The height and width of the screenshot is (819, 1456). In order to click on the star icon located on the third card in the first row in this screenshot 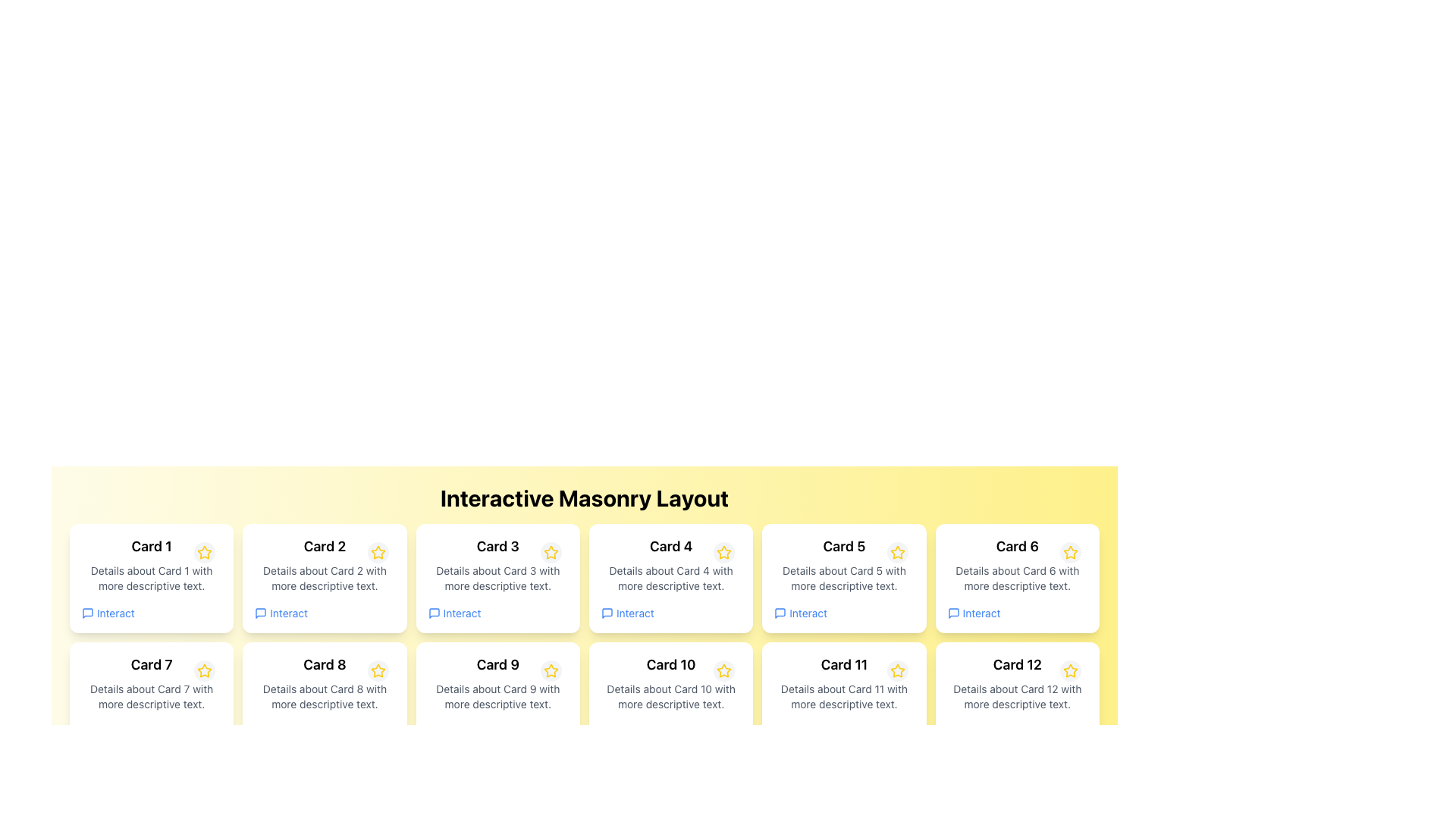, I will do `click(550, 553)`.